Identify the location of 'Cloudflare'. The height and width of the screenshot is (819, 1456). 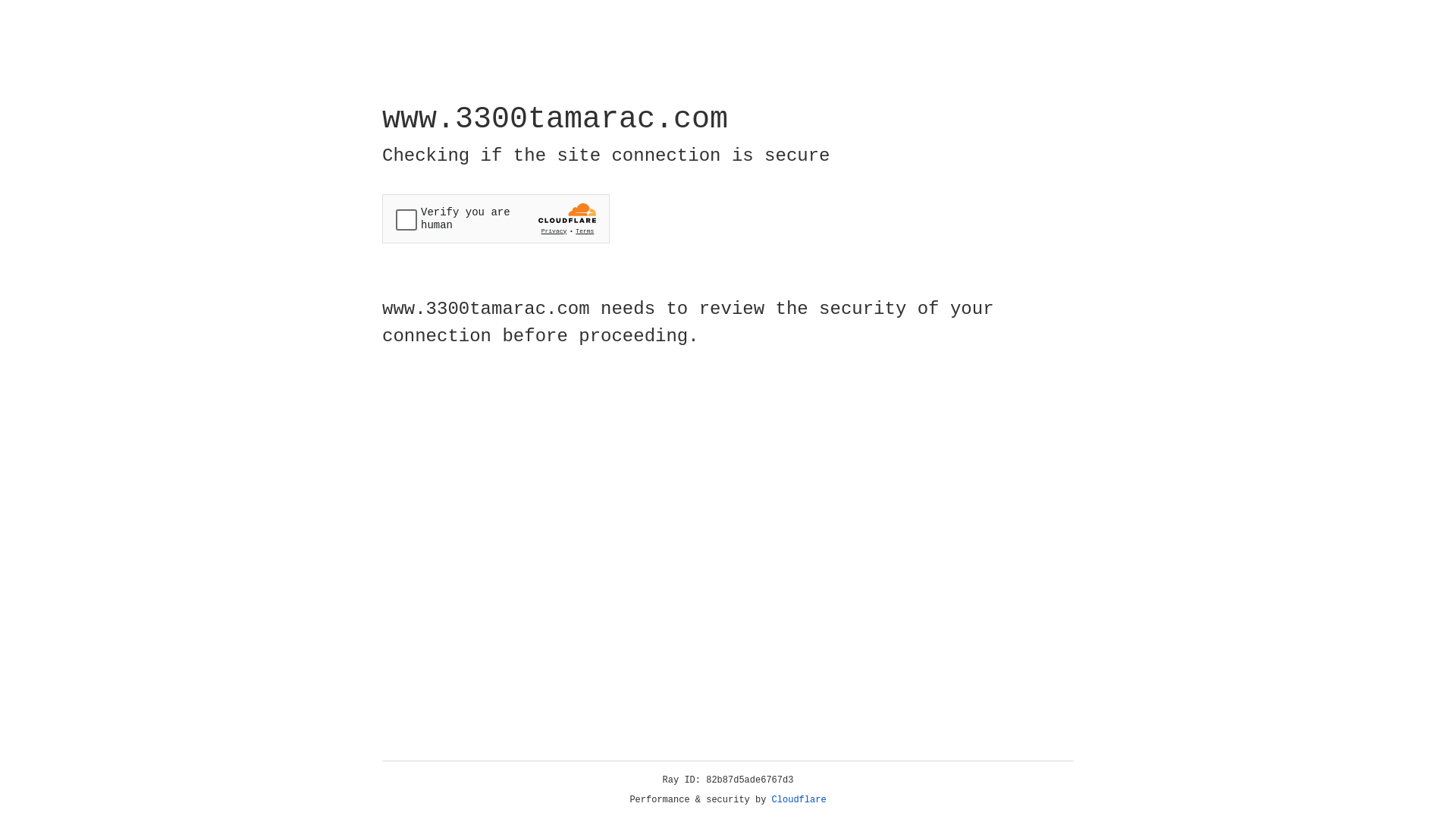
(799, 799).